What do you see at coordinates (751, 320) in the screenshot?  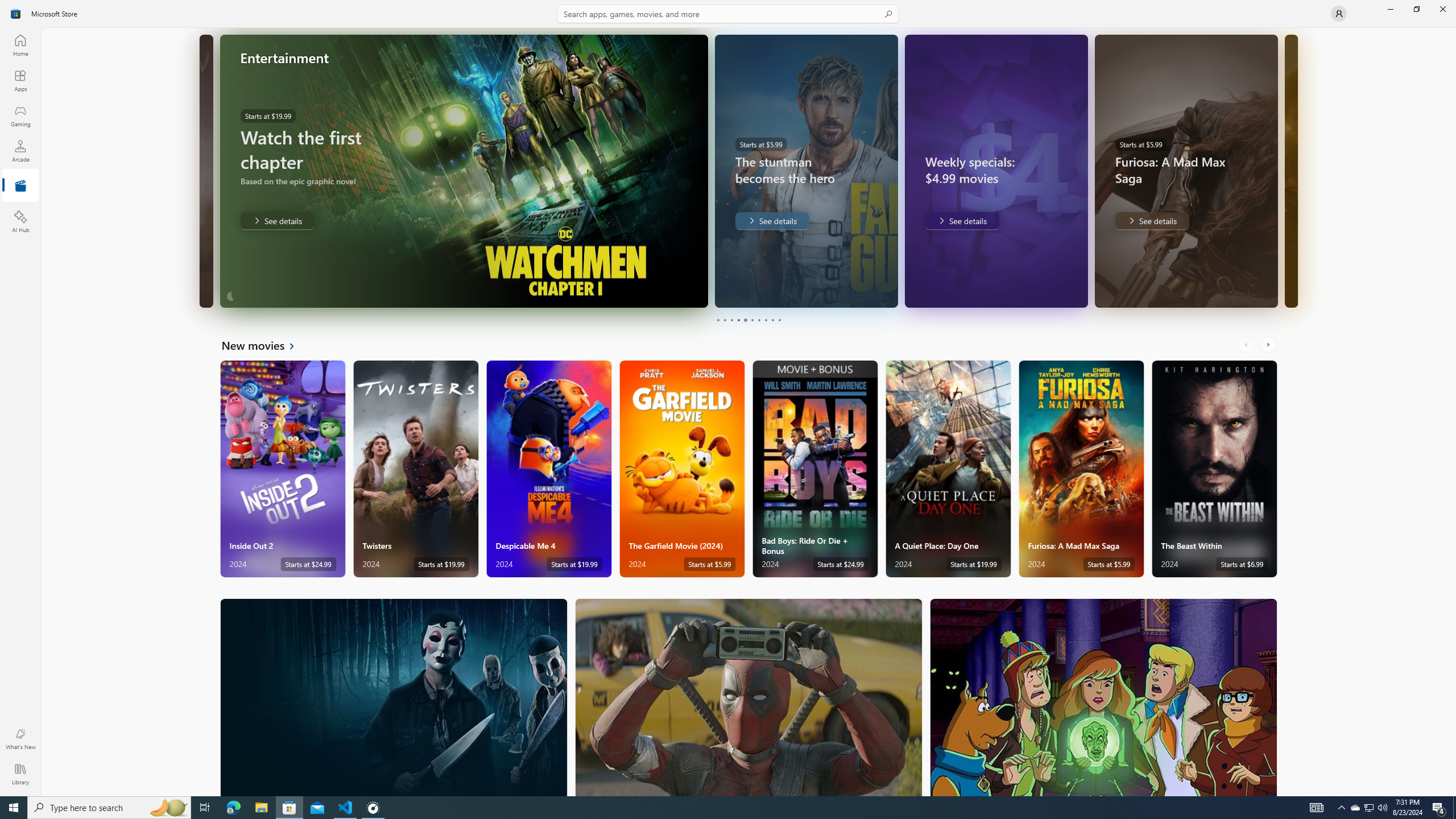 I see `'Page 6'` at bounding box center [751, 320].